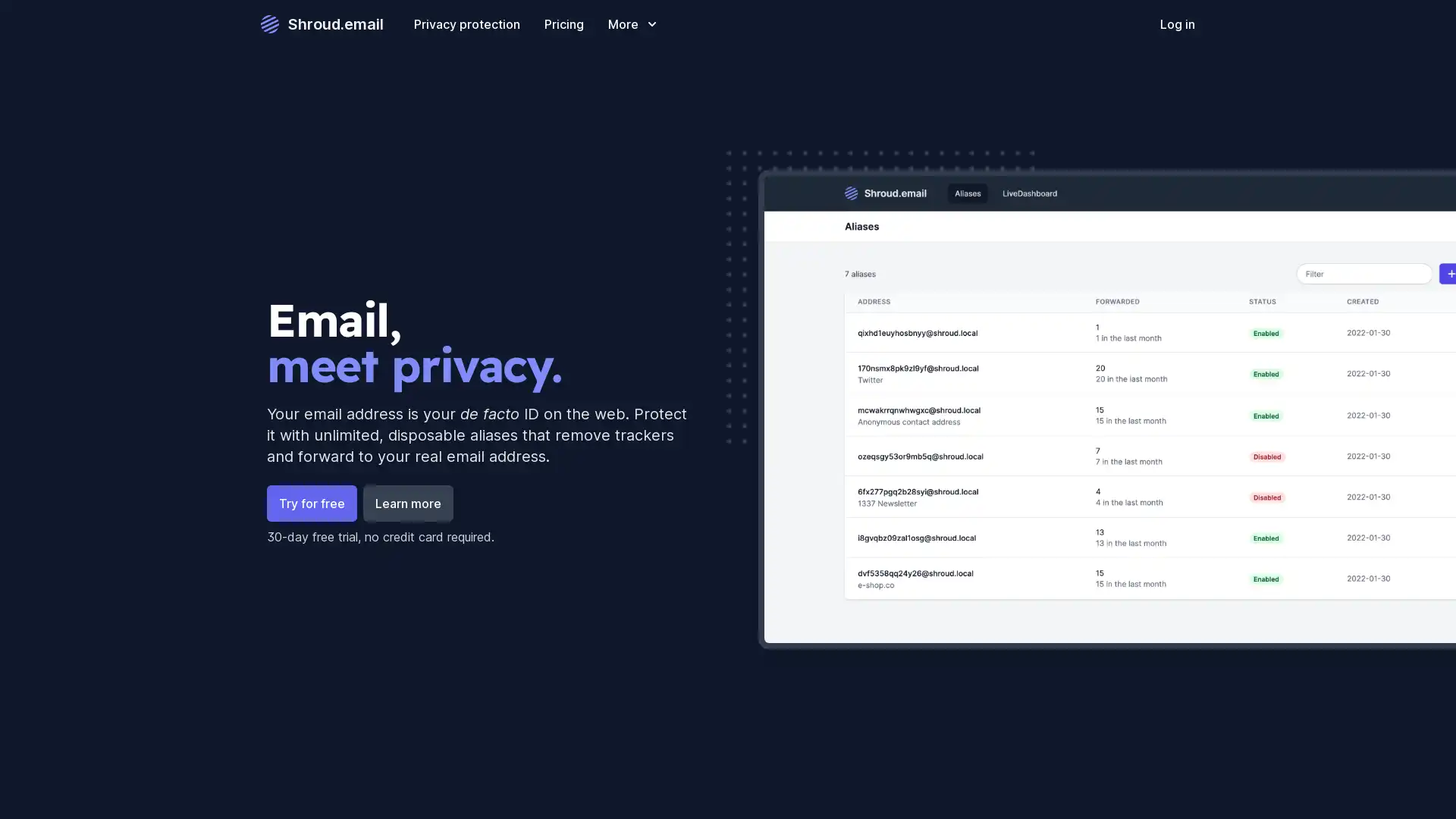 Image resolution: width=1456 pixels, height=819 pixels. What do you see at coordinates (633, 24) in the screenshot?
I see `More` at bounding box center [633, 24].